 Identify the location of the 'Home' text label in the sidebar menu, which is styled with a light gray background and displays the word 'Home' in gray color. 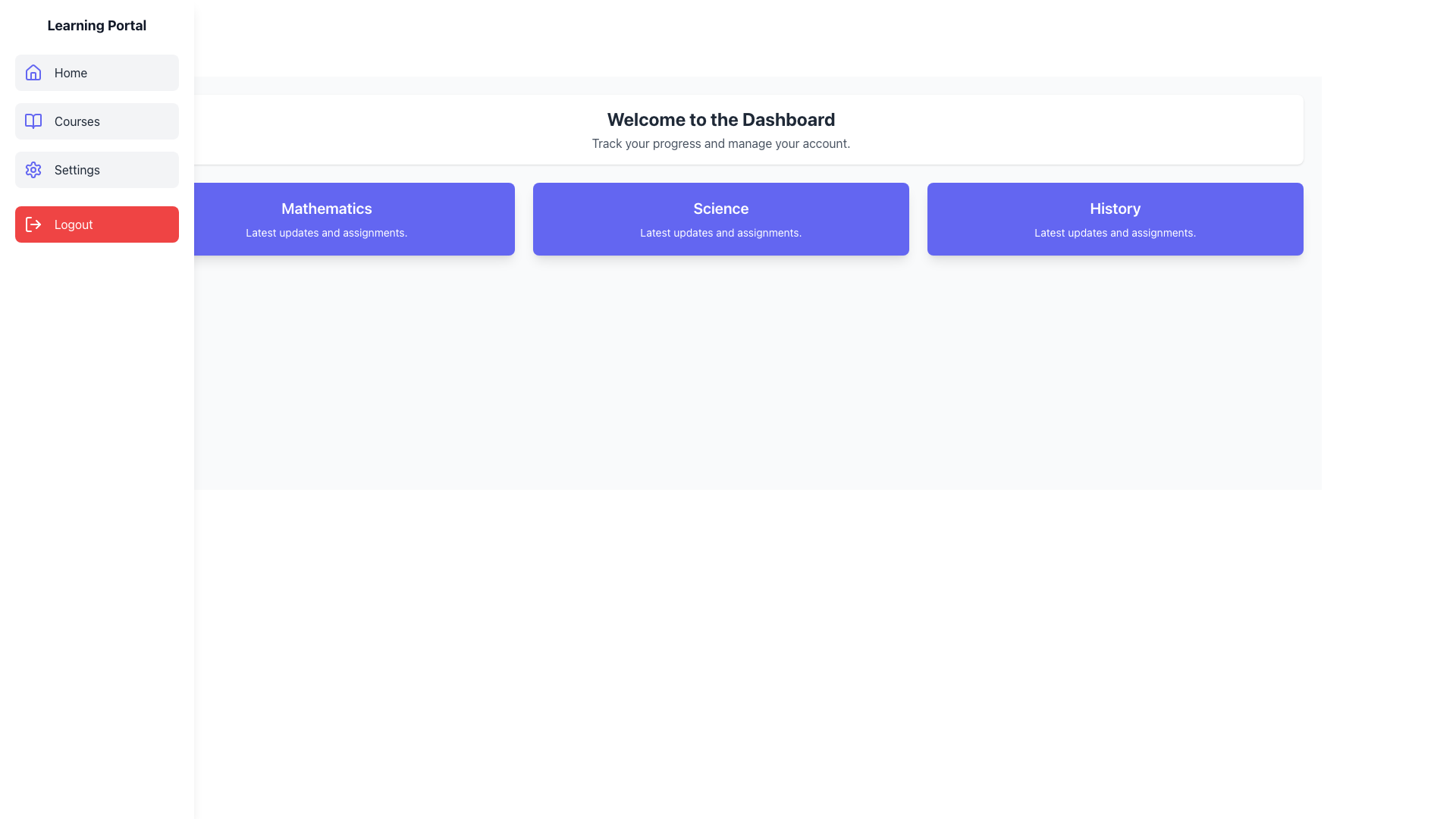
(70, 73).